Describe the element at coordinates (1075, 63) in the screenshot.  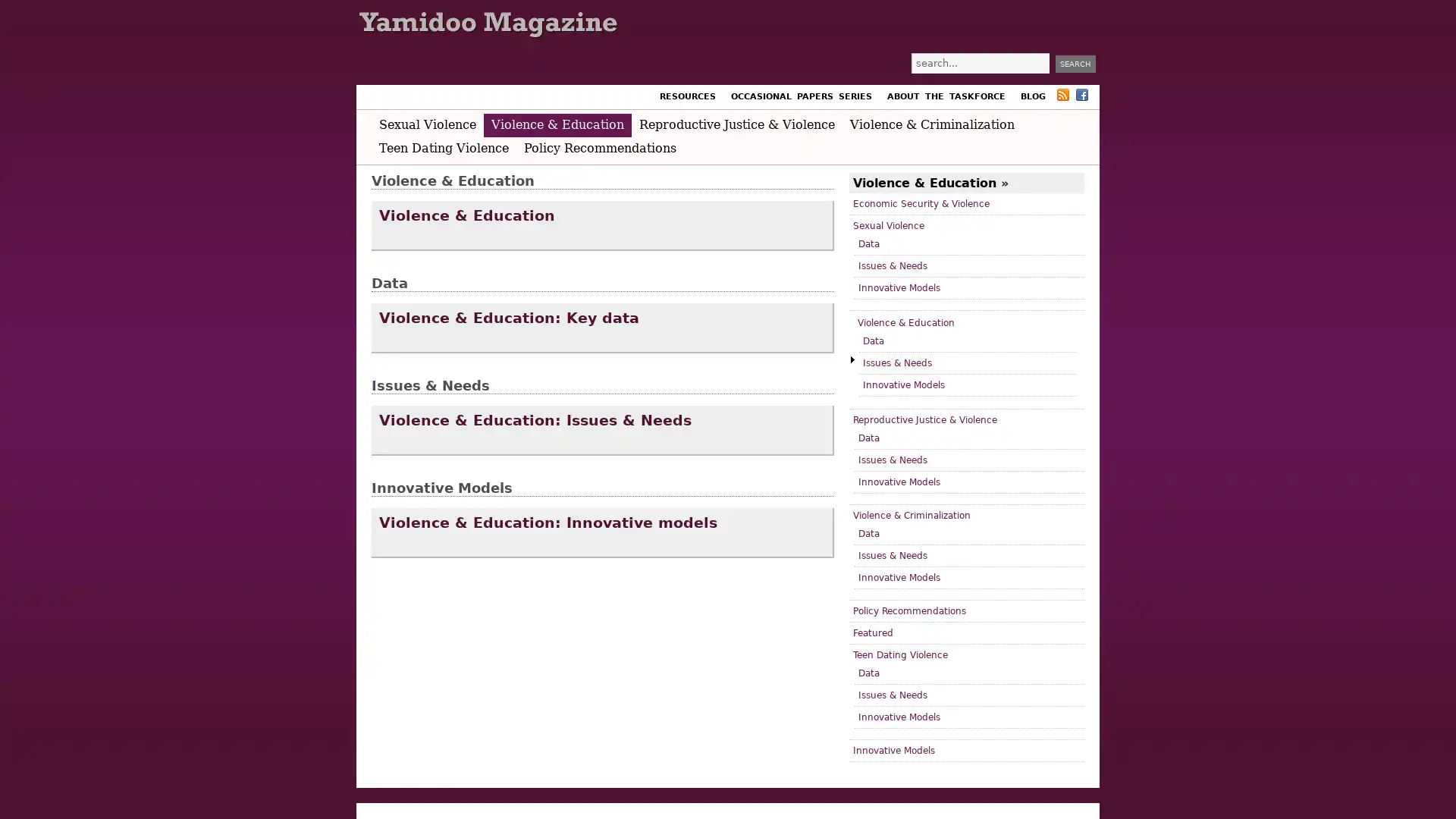
I see `Search` at that location.